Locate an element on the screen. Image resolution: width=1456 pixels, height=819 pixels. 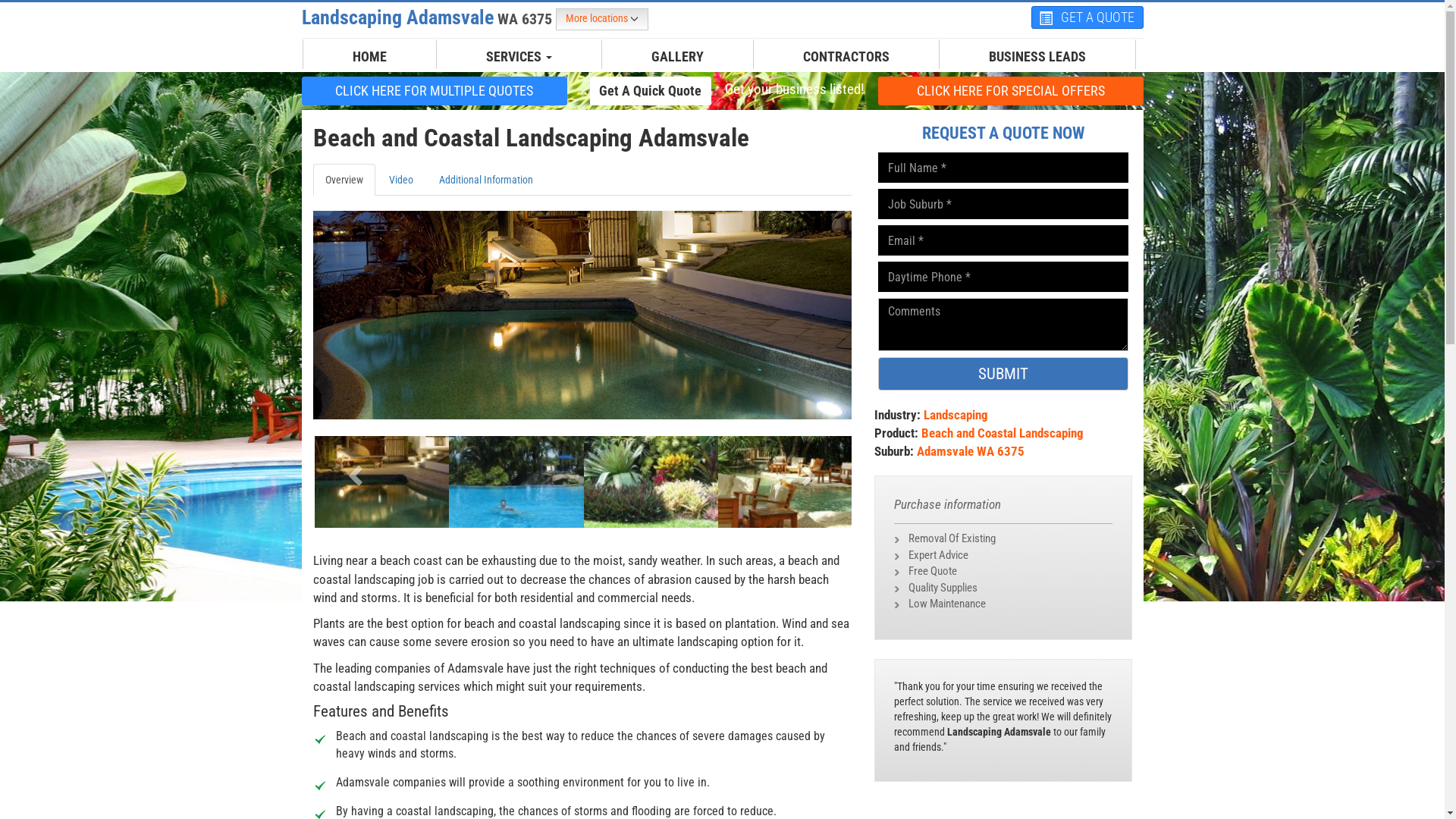
'BUSINESS LEADS' is located at coordinates (976, 55).